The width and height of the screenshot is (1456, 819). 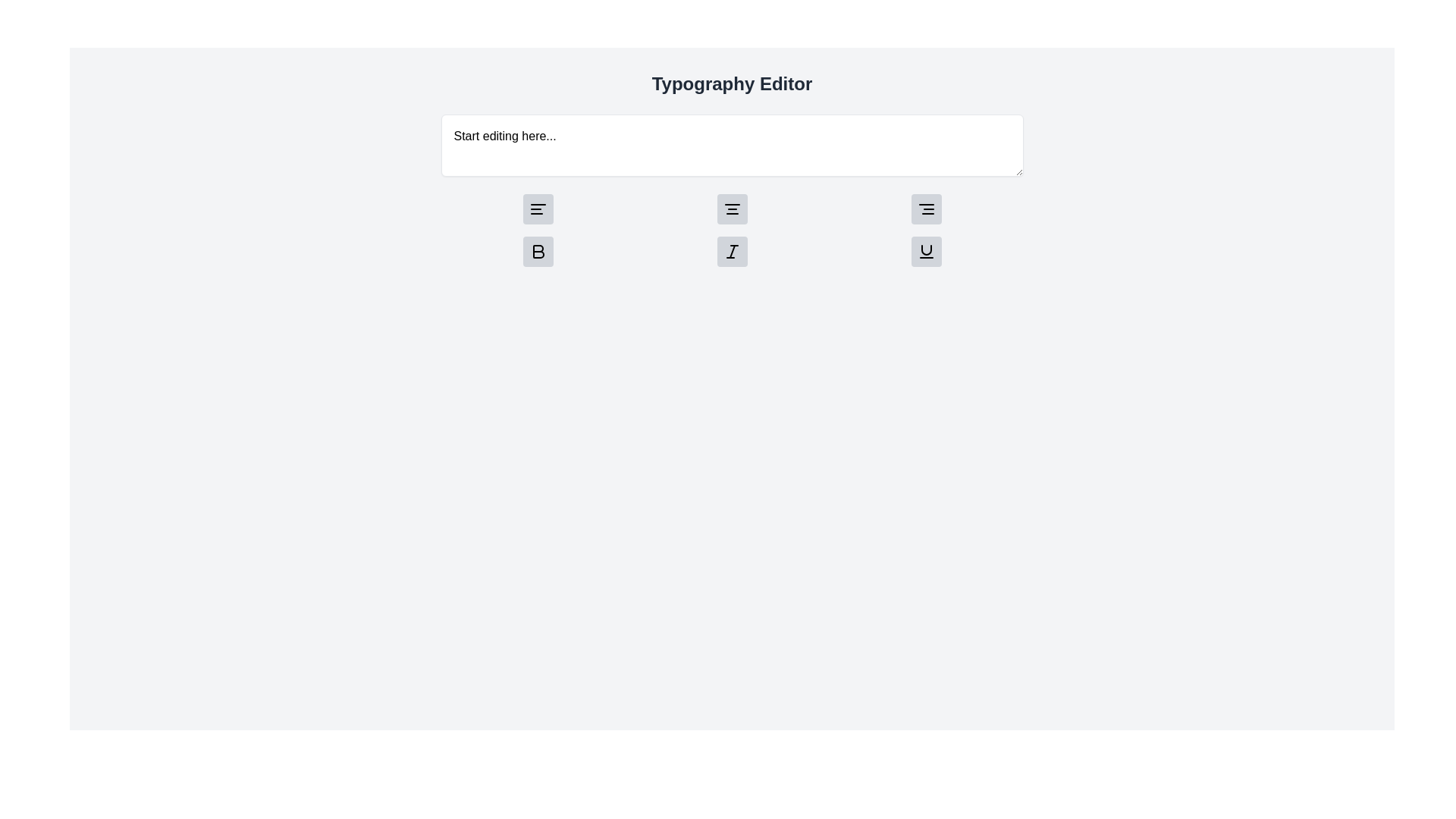 What do you see at coordinates (925, 209) in the screenshot?
I see `the third button in the group of alignment buttons to align the text to the right in the text editor` at bounding box center [925, 209].